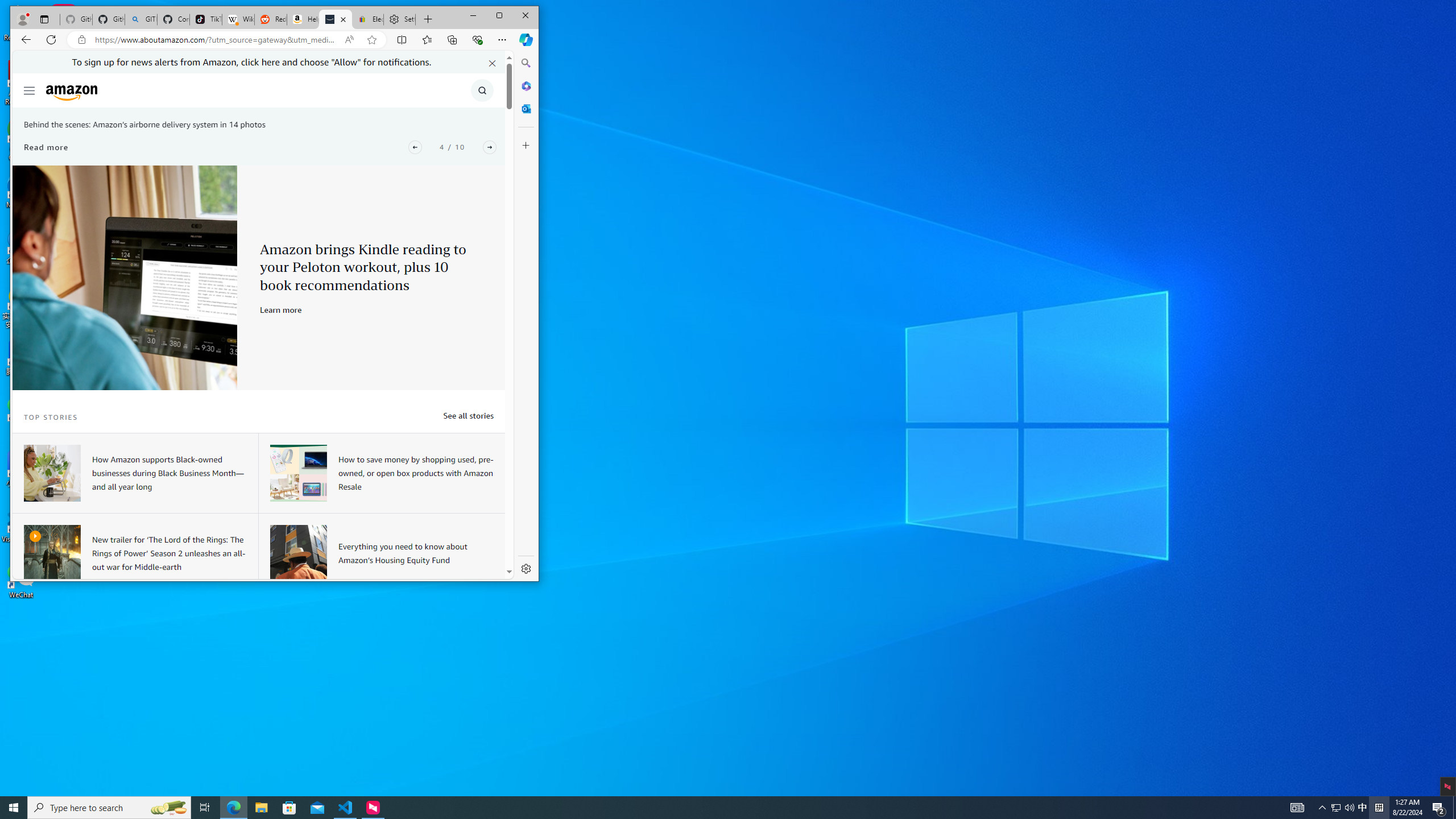 Image resolution: width=1456 pixels, height=819 pixels. I want to click on 'Reddit - Dive into anything', so click(269, 19).